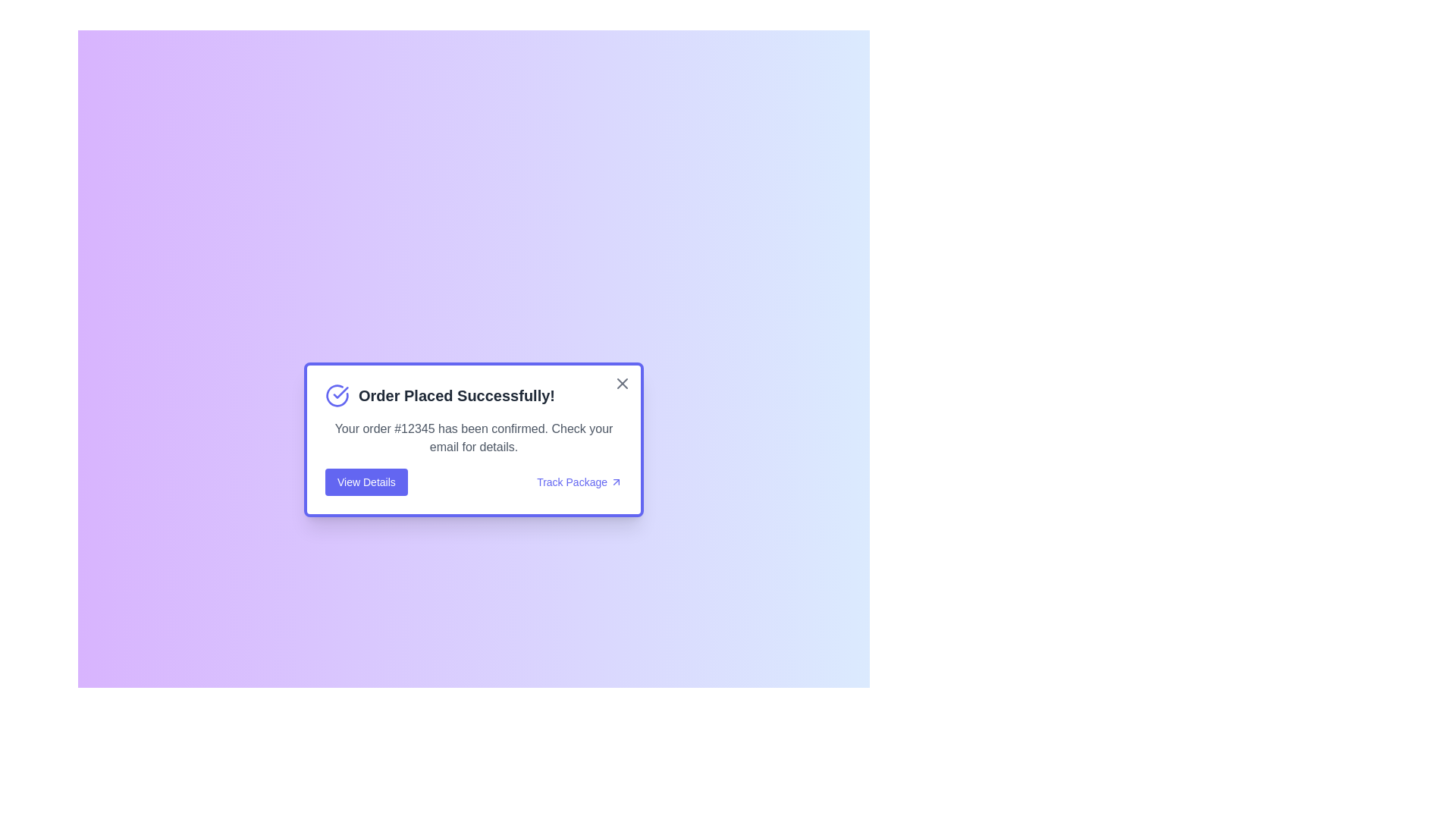 Image resolution: width=1456 pixels, height=819 pixels. Describe the element at coordinates (366, 482) in the screenshot. I see `the 'View Details' button to navigate to the details page` at that location.